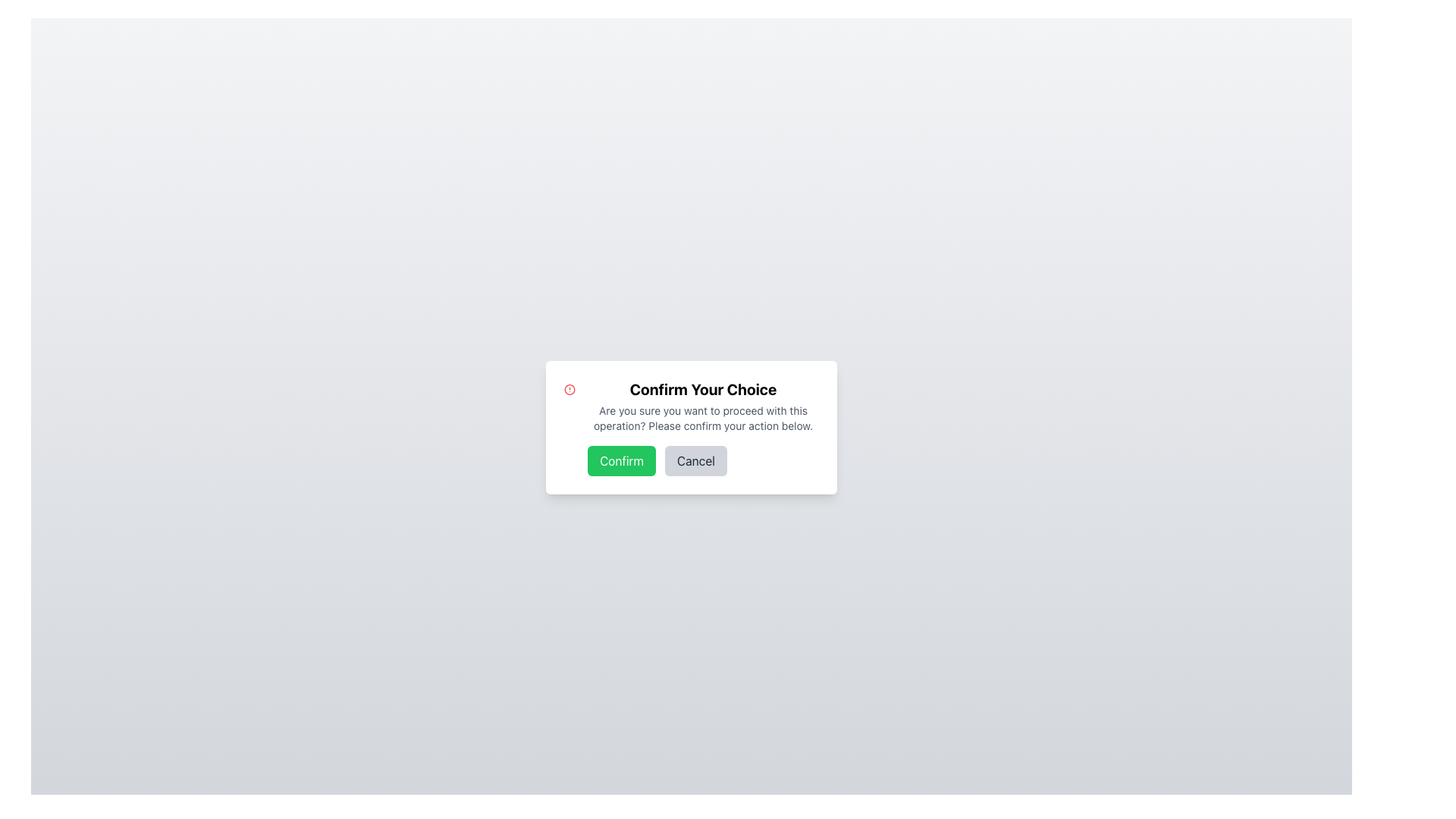  What do you see at coordinates (695, 460) in the screenshot?
I see `the cancel button, which is the second button in a modal dialog positioned to the right of the confirm button, to observe the hover effect` at bounding box center [695, 460].